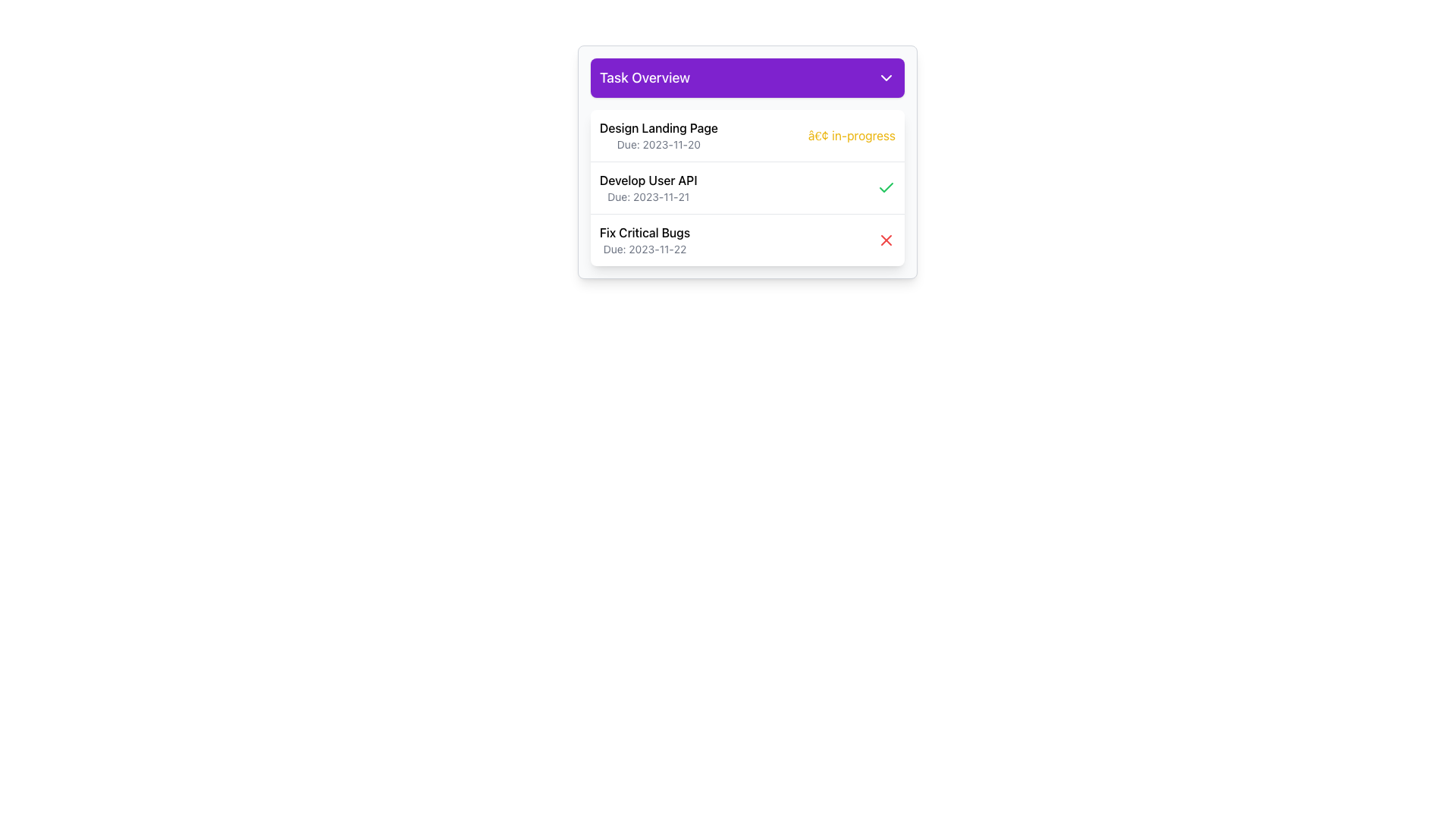  What do you see at coordinates (747, 187) in the screenshot?
I see `the second task entry within the 'Task Overview' card` at bounding box center [747, 187].